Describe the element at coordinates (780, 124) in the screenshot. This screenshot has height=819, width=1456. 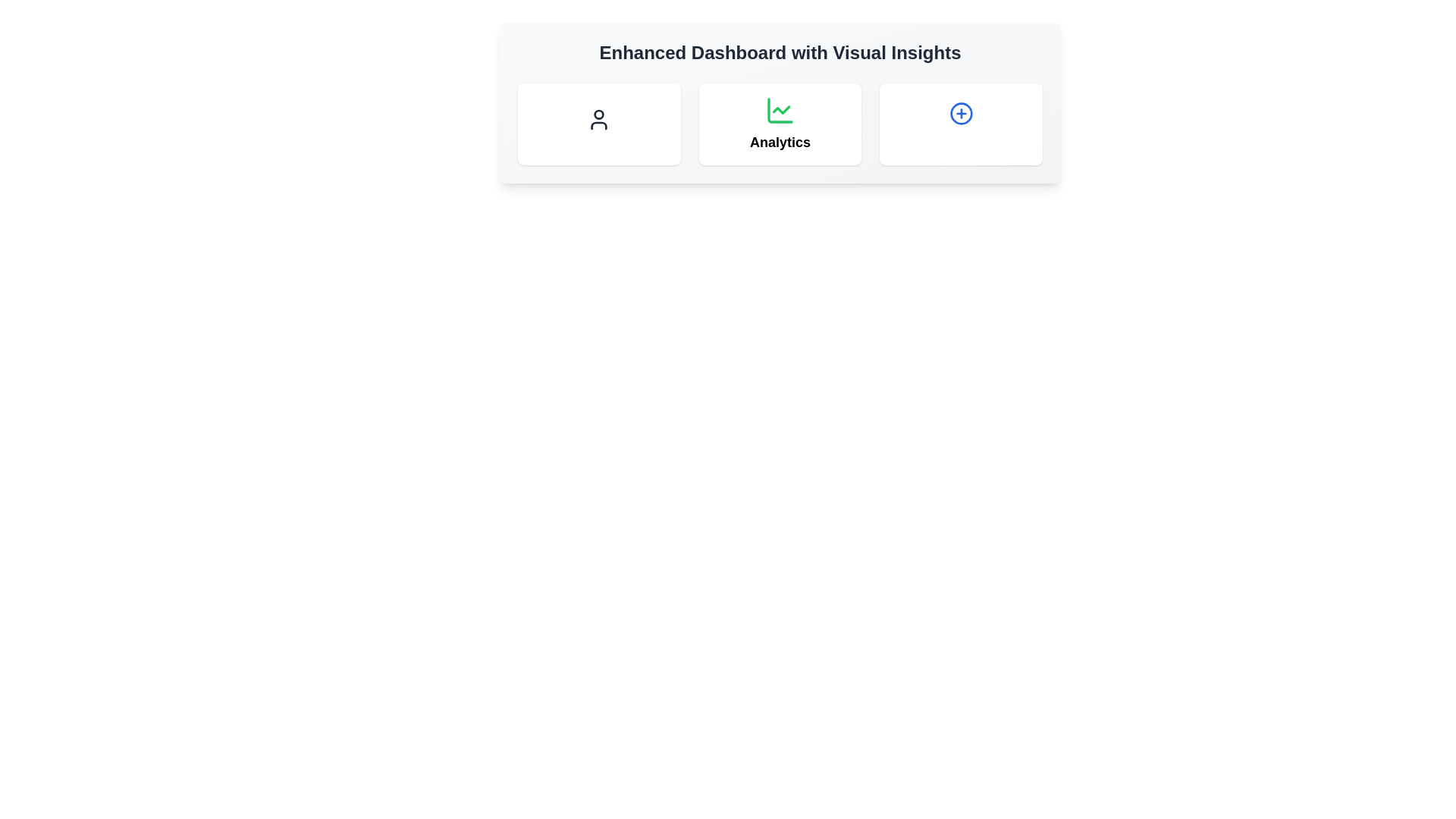
I see `the second card in the row, which is a white rectangular card with rounded corners and contains a green line graph icon with the text 'Analytics' in bold` at that location.